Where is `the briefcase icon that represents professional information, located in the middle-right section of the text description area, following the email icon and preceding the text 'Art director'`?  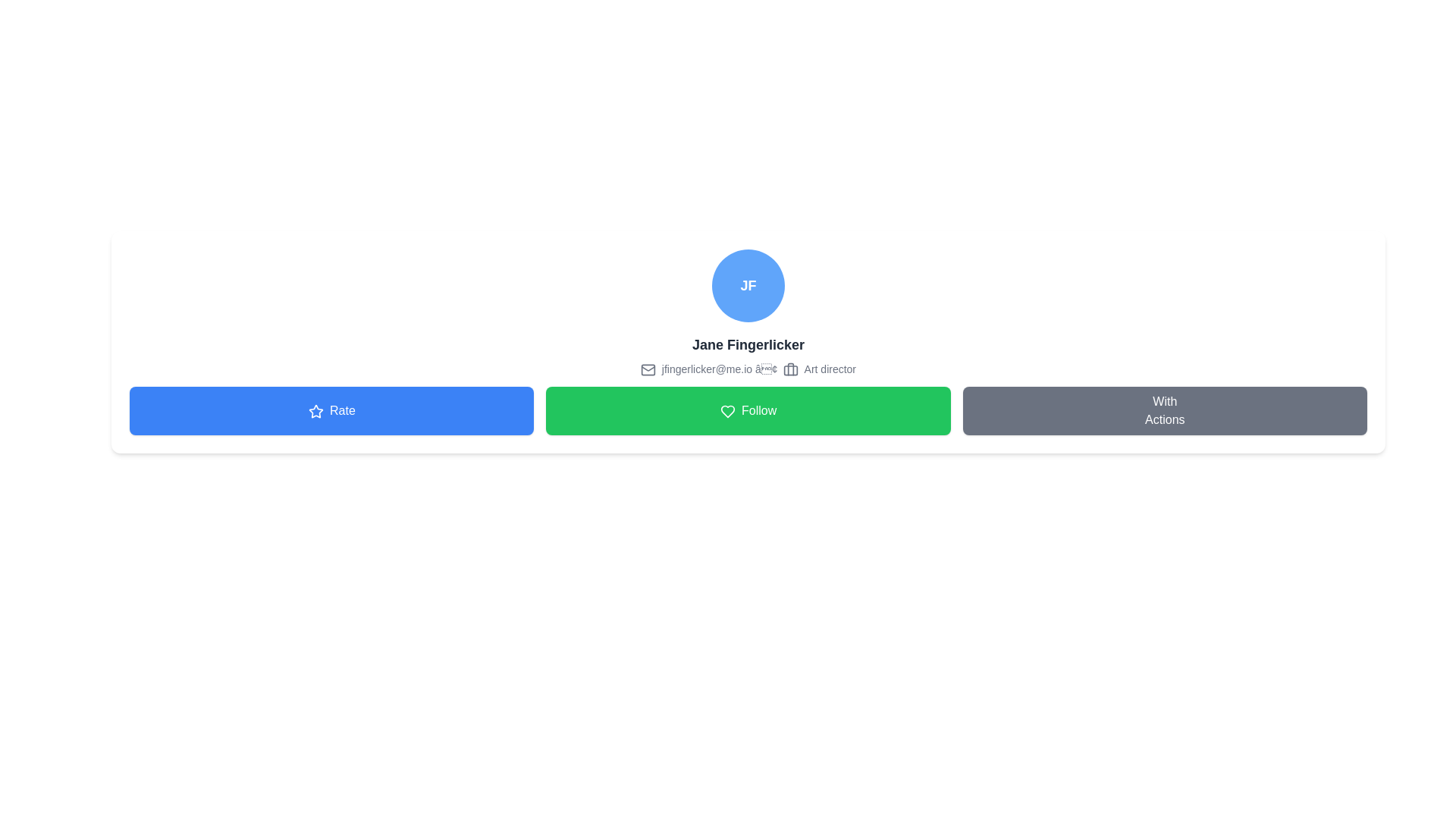 the briefcase icon that represents professional information, located in the middle-right section of the text description area, following the email icon and preceding the text 'Art director' is located at coordinates (790, 370).